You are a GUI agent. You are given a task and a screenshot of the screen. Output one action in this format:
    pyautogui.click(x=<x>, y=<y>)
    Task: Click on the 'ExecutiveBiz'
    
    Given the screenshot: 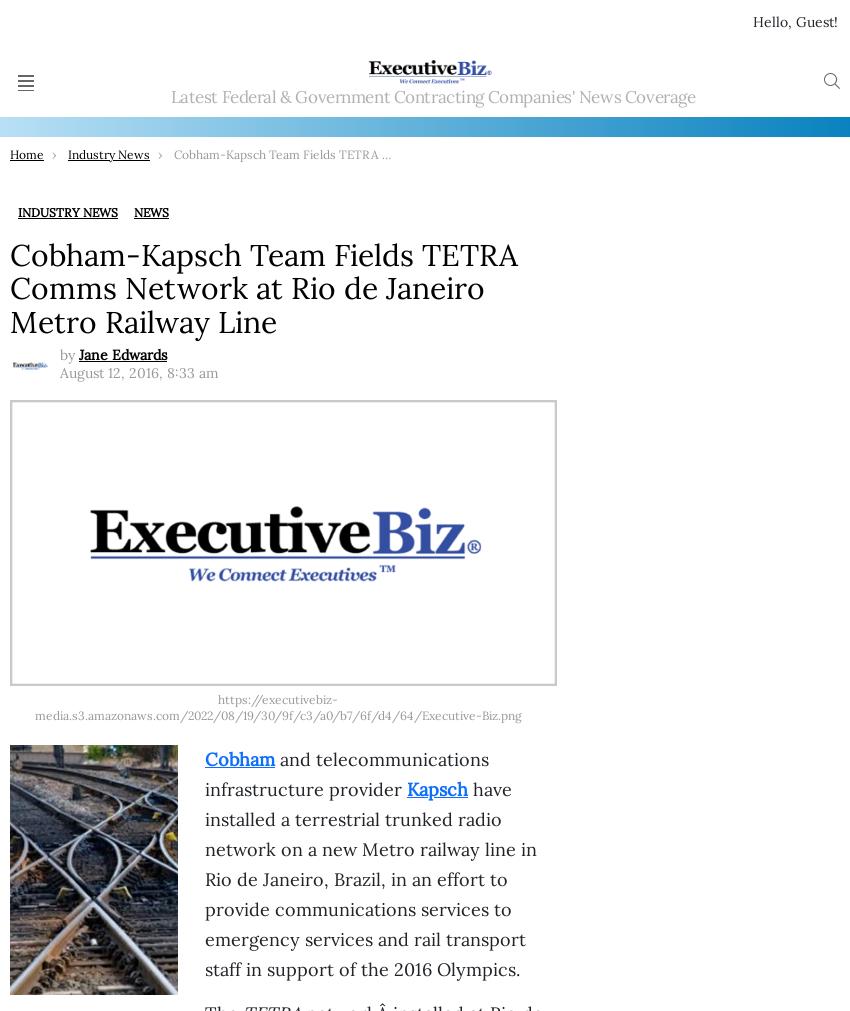 What is the action you would take?
    pyautogui.click(x=58, y=784)
    